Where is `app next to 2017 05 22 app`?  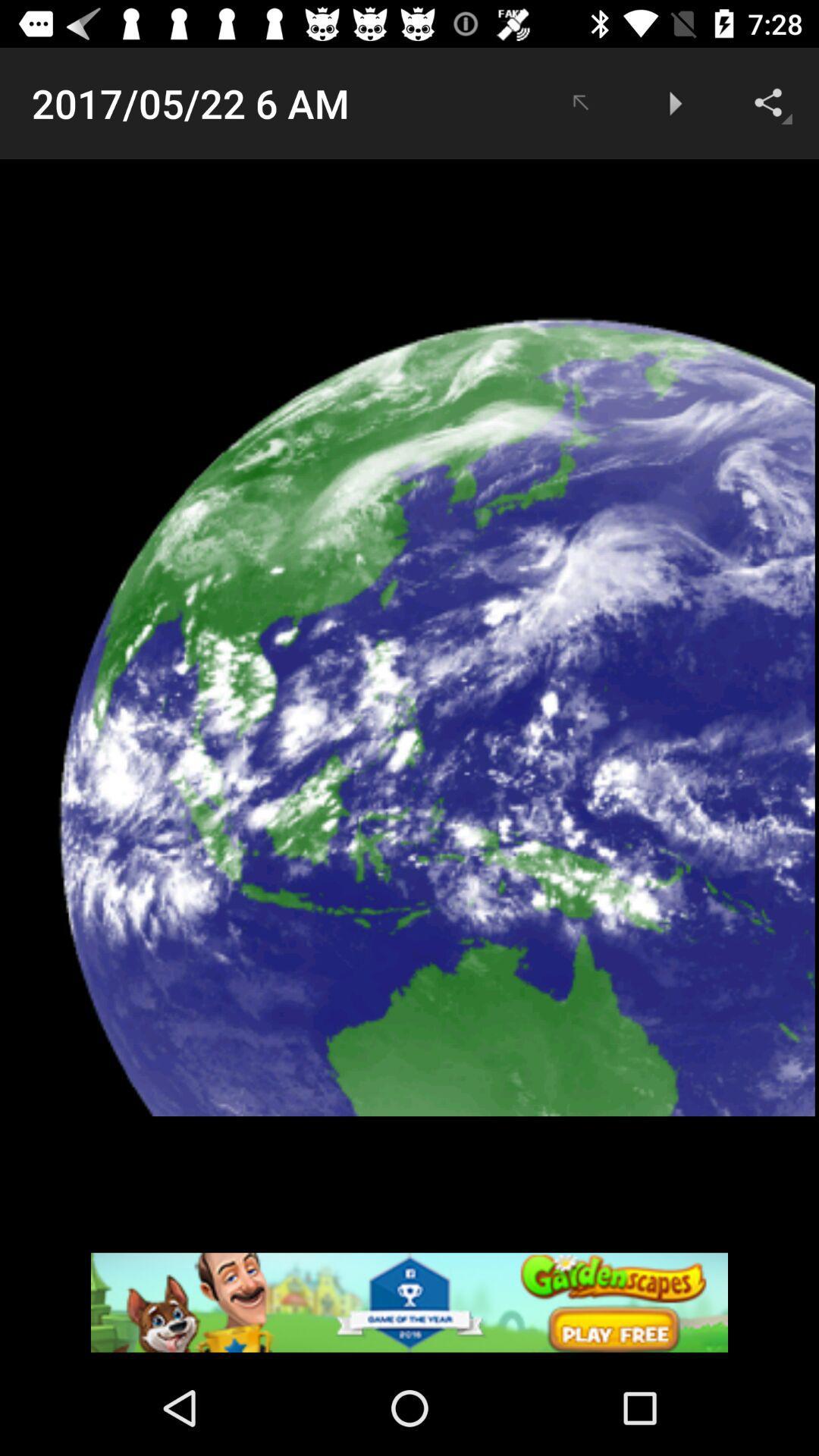
app next to 2017 05 22 app is located at coordinates (579, 102).